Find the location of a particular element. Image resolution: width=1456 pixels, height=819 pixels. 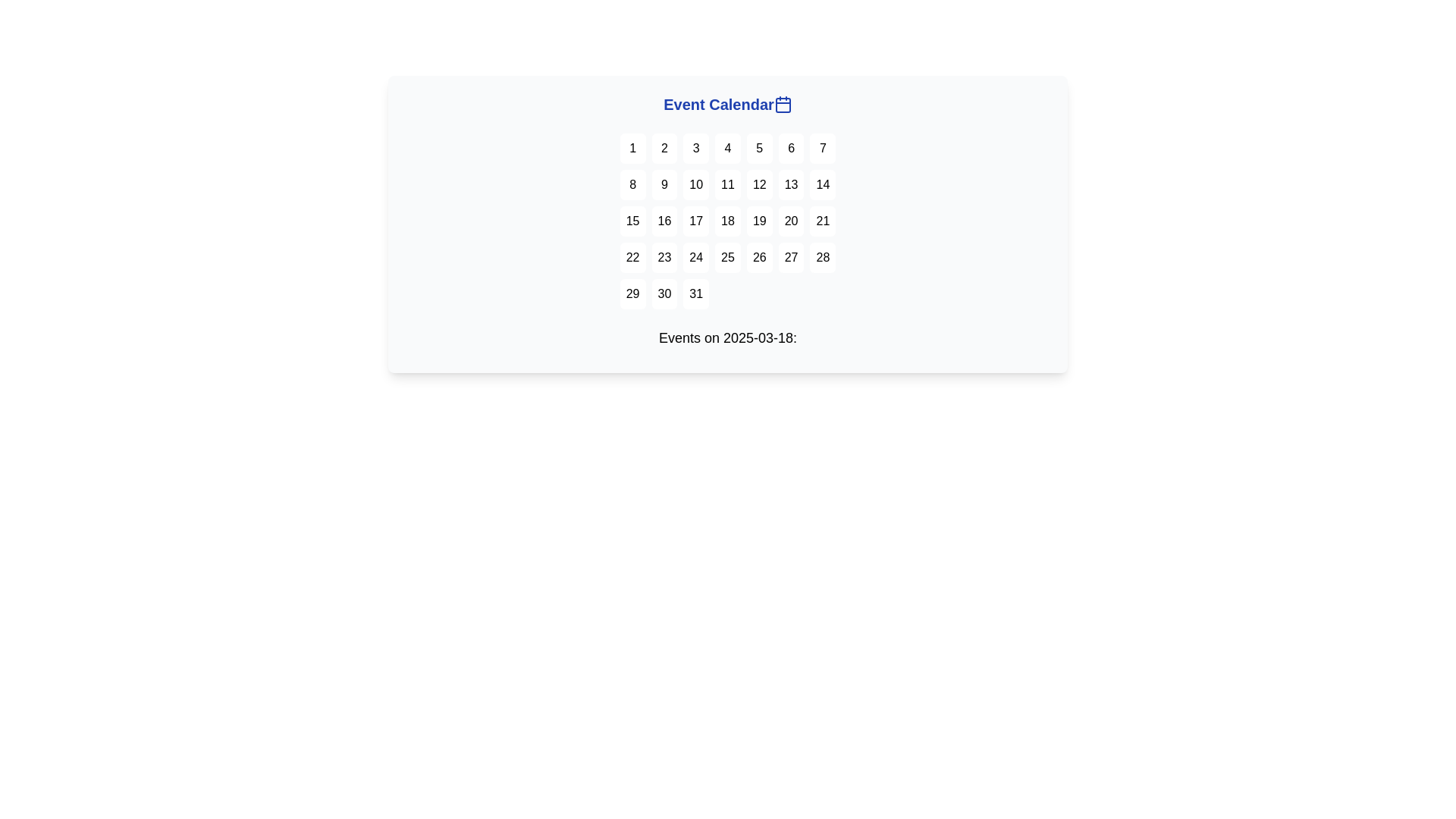

the square button labeled '15' in the third row and first column of the date button grid is located at coordinates (632, 221).